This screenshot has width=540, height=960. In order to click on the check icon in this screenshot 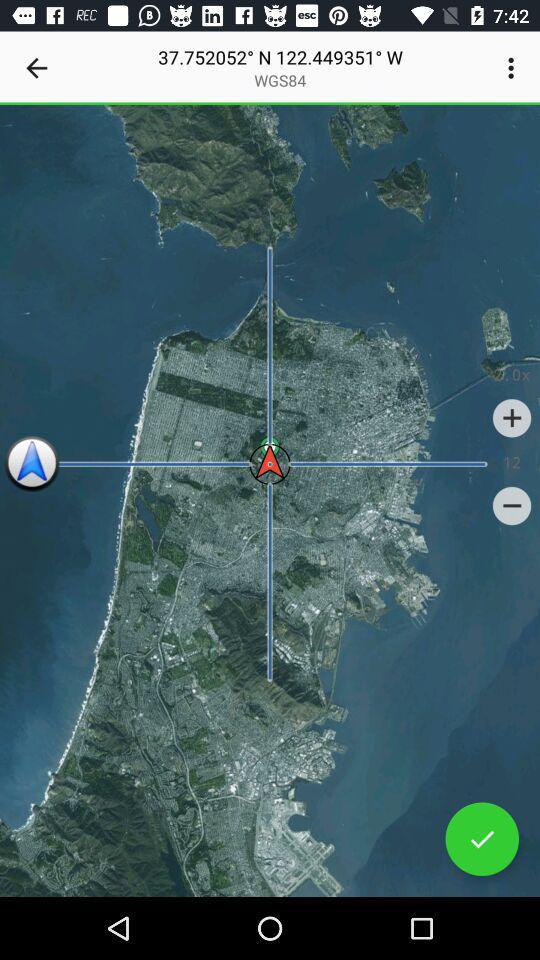, I will do `click(481, 839)`.